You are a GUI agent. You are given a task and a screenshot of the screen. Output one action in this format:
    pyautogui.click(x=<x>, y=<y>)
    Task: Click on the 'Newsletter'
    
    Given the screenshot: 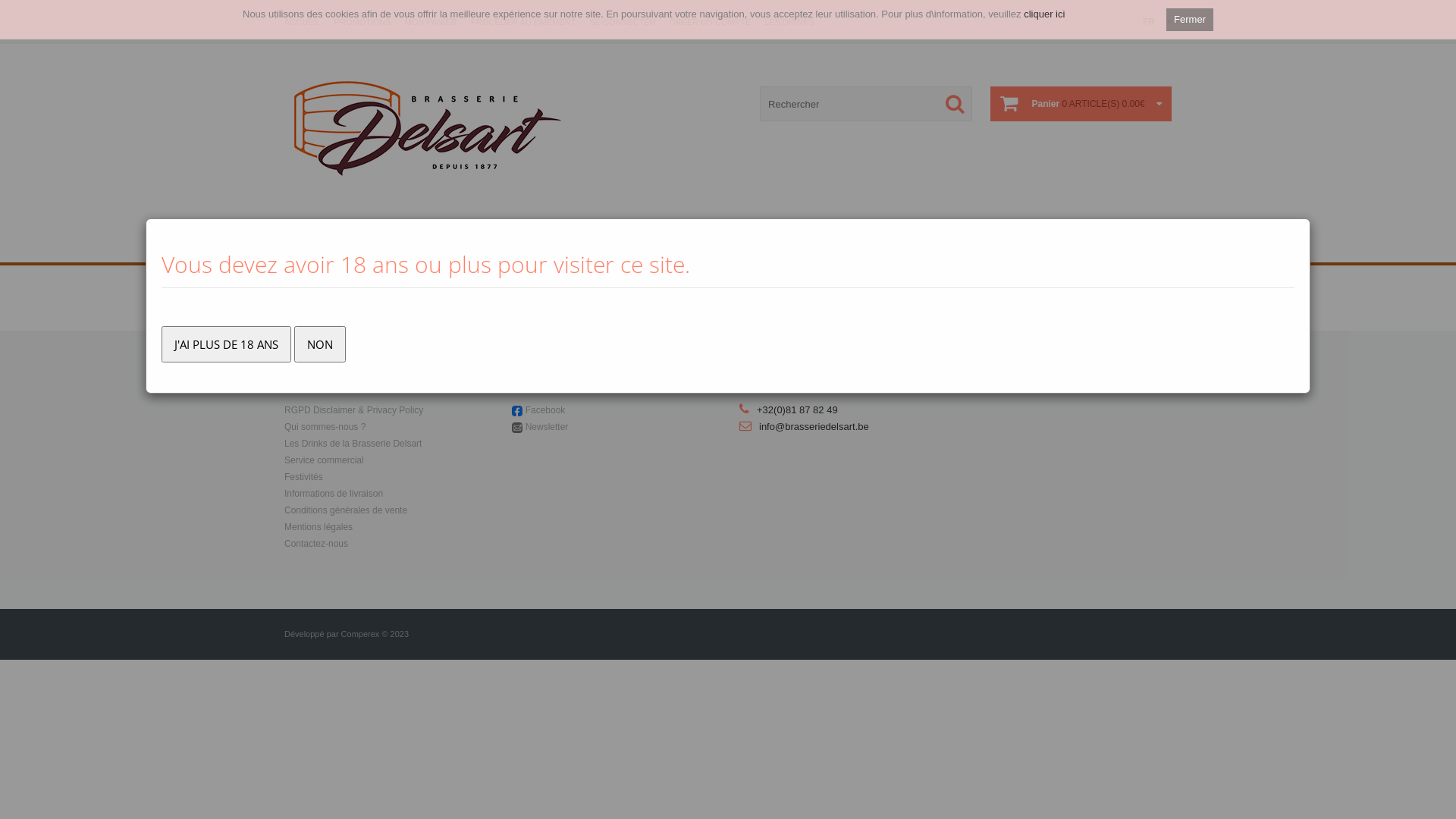 What is the action you would take?
    pyautogui.click(x=546, y=427)
    